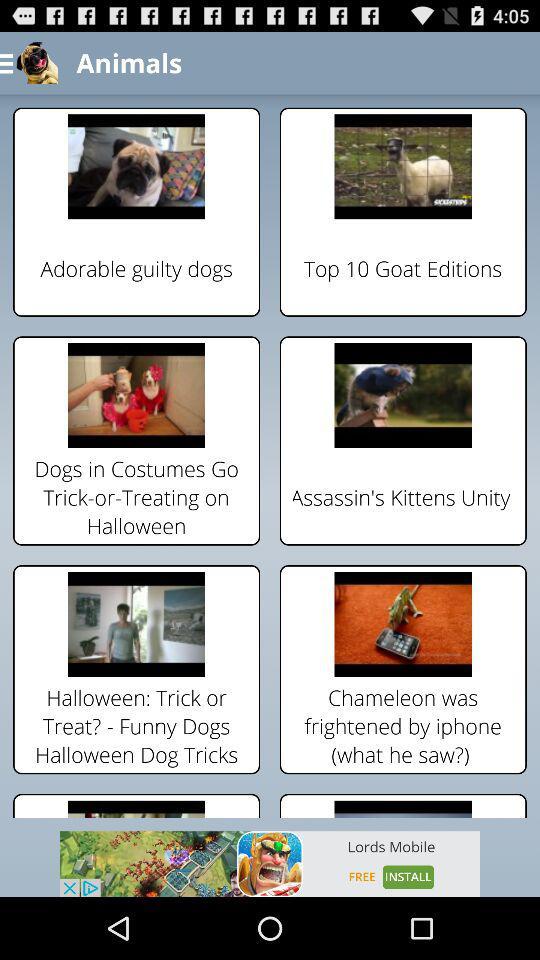 This screenshot has width=540, height=960. What do you see at coordinates (270, 863) in the screenshot?
I see `advertisement` at bounding box center [270, 863].